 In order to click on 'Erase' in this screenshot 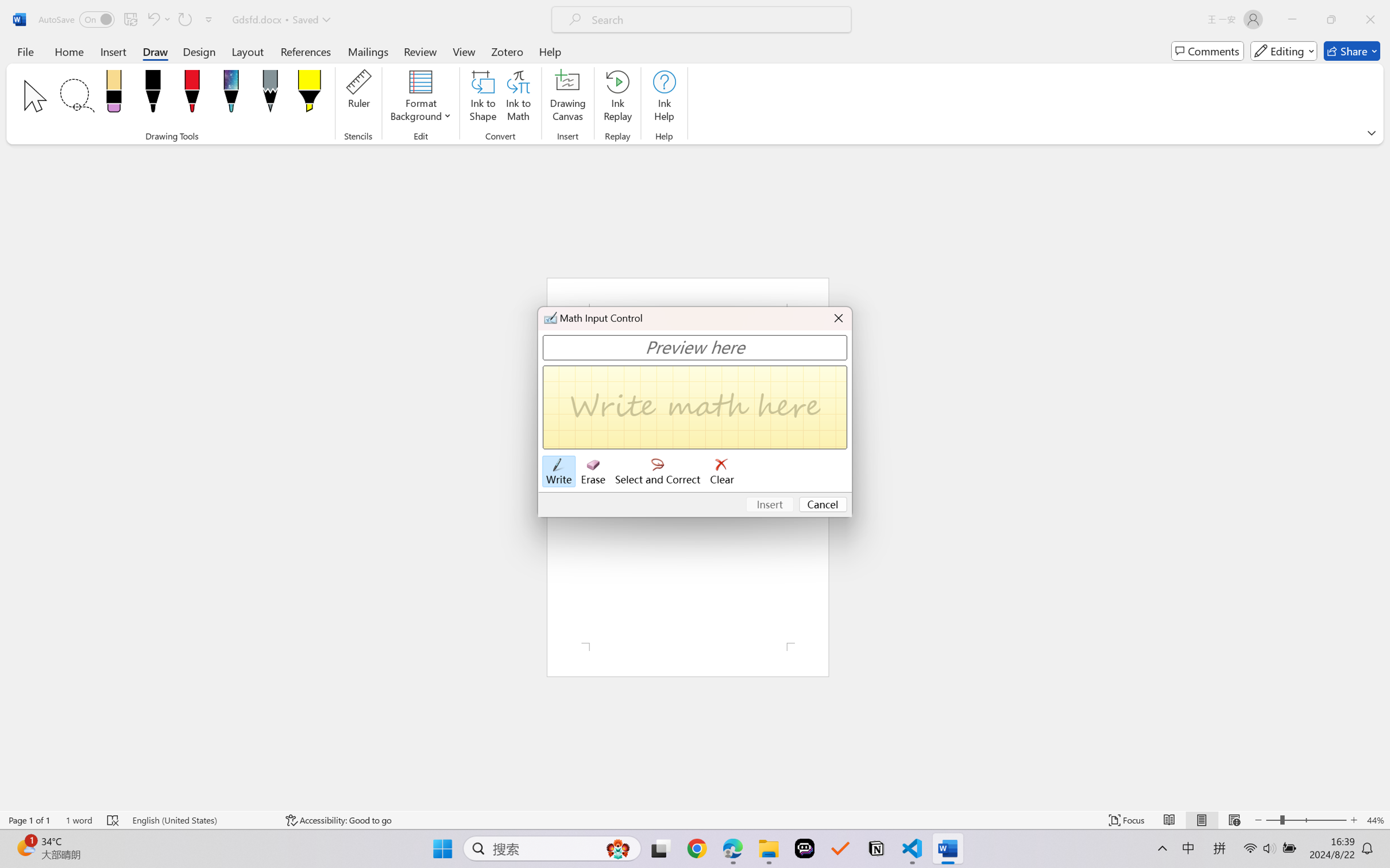, I will do `click(593, 471)`.